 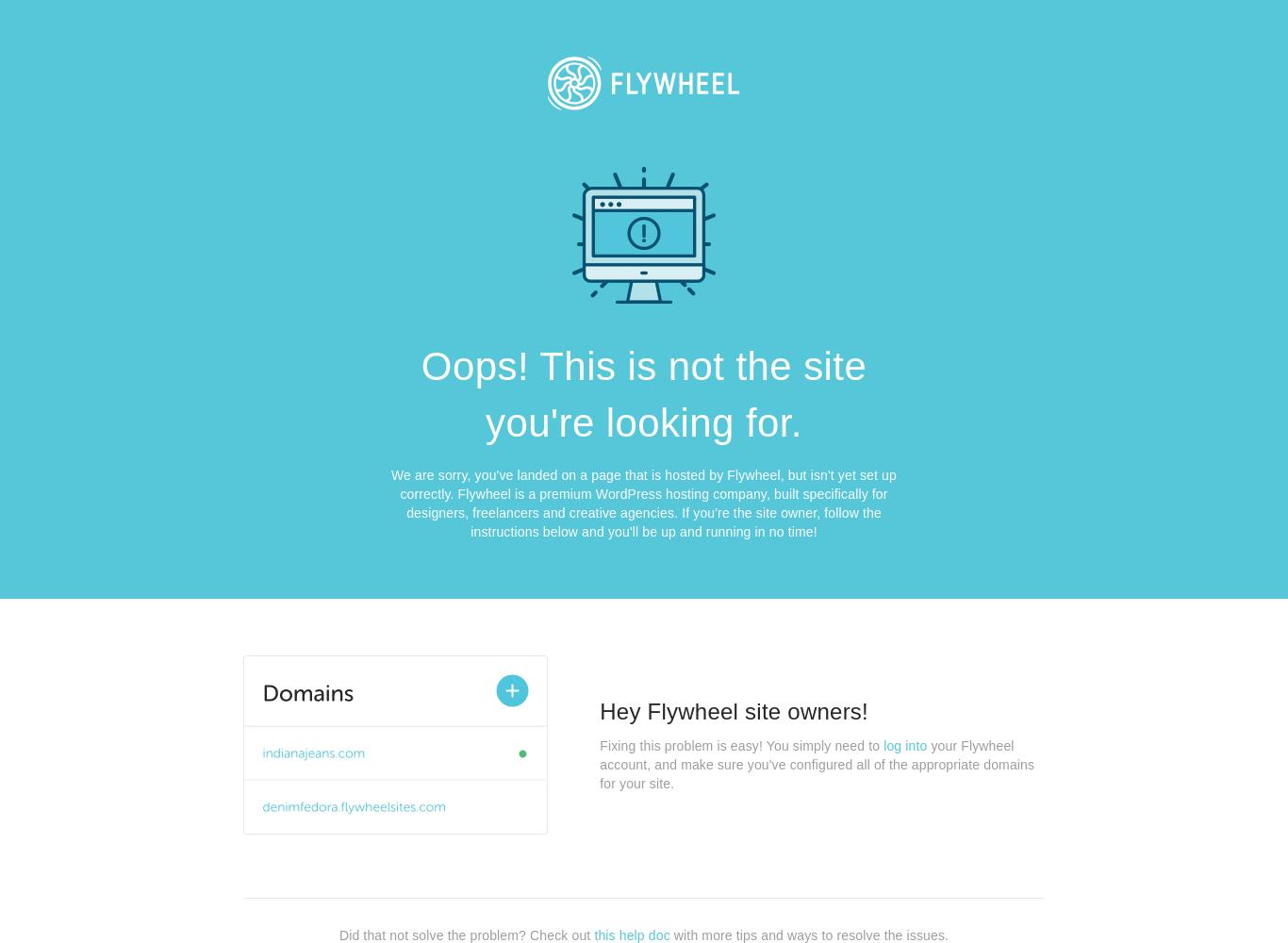 What do you see at coordinates (669, 934) in the screenshot?
I see `'with more tips and ways to resolve the issues.'` at bounding box center [669, 934].